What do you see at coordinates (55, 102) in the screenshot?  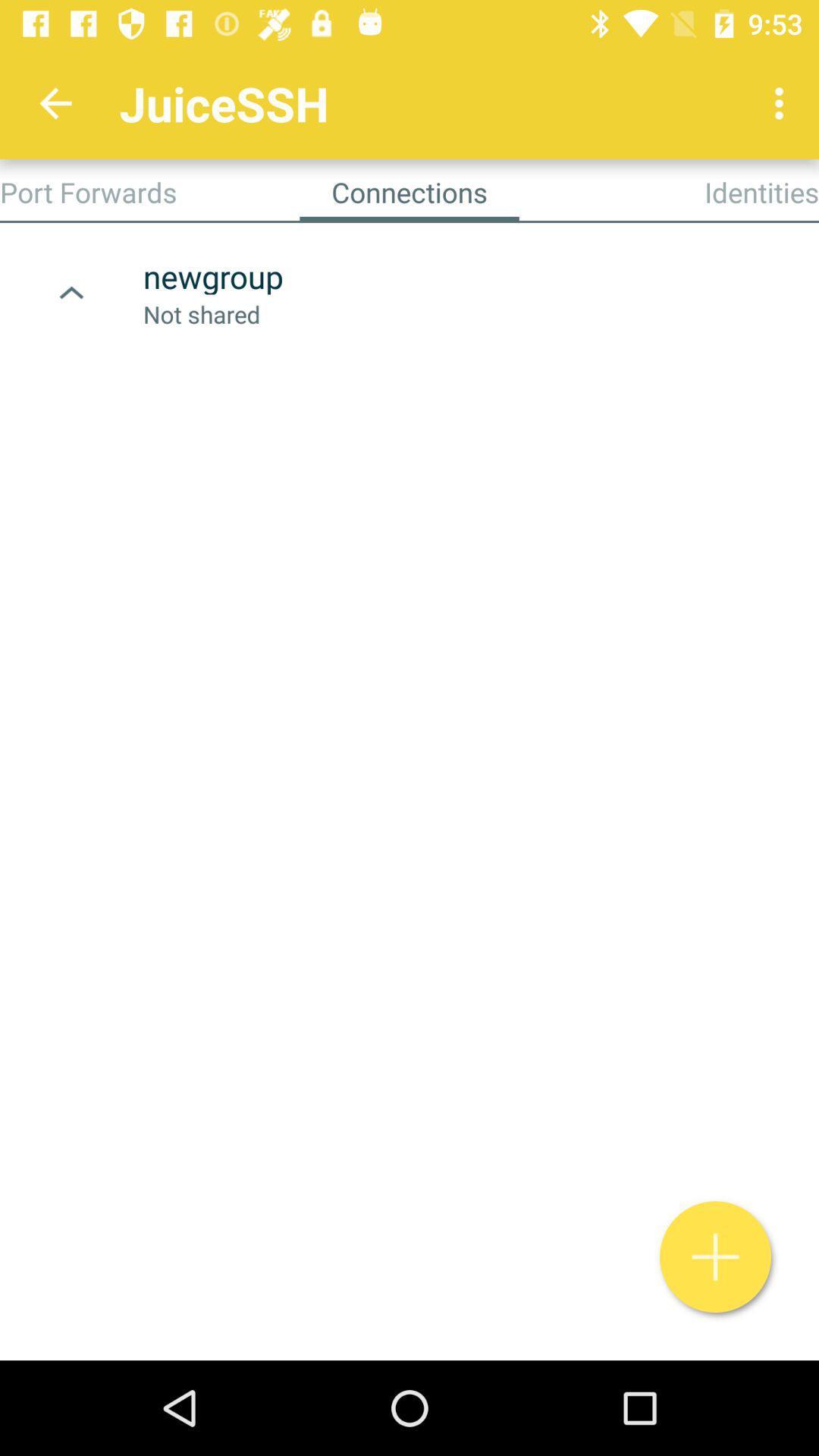 I see `the icon above port forwards app` at bounding box center [55, 102].